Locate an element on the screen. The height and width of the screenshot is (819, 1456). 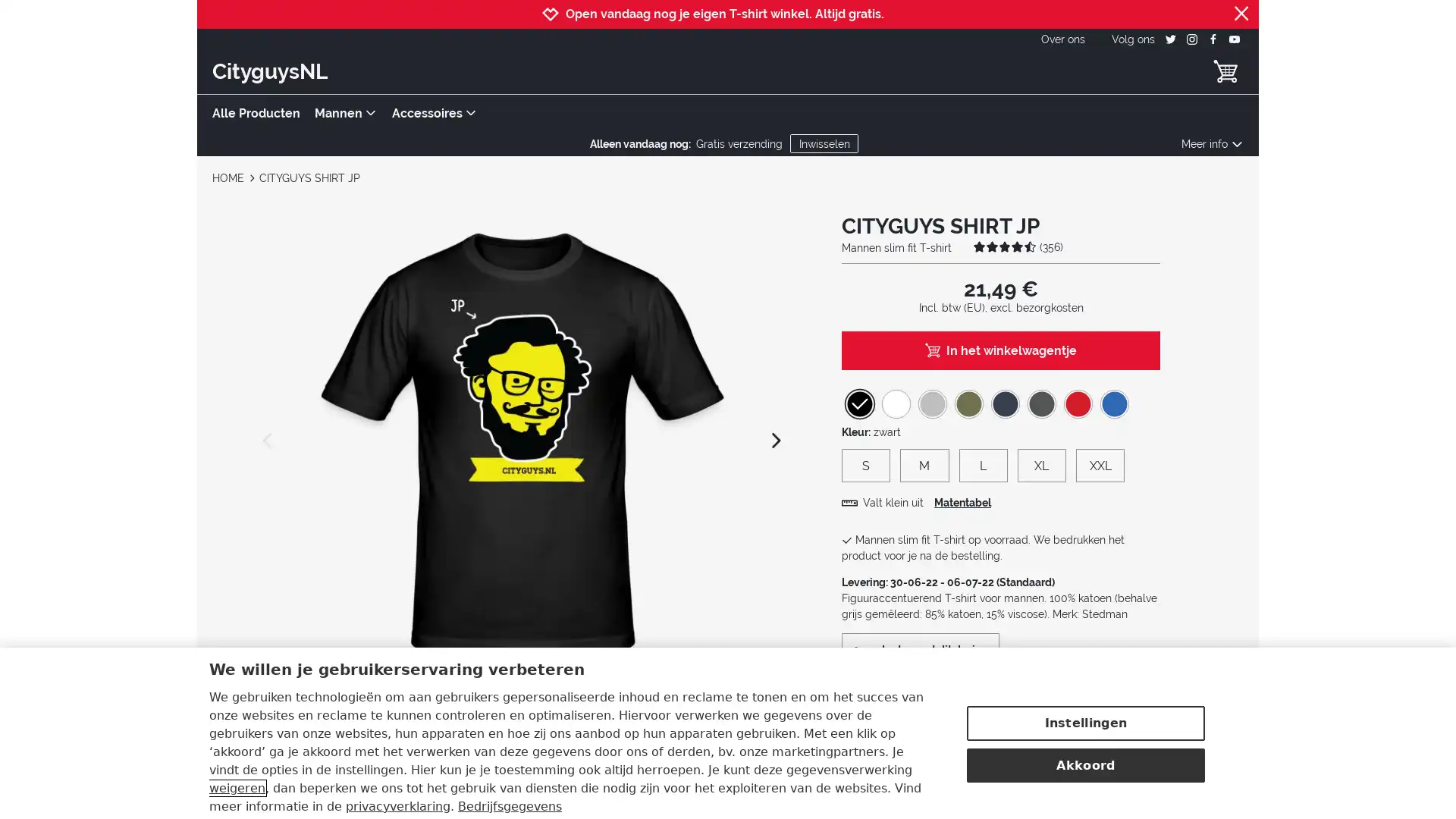
L is located at coordinates (983, 464).